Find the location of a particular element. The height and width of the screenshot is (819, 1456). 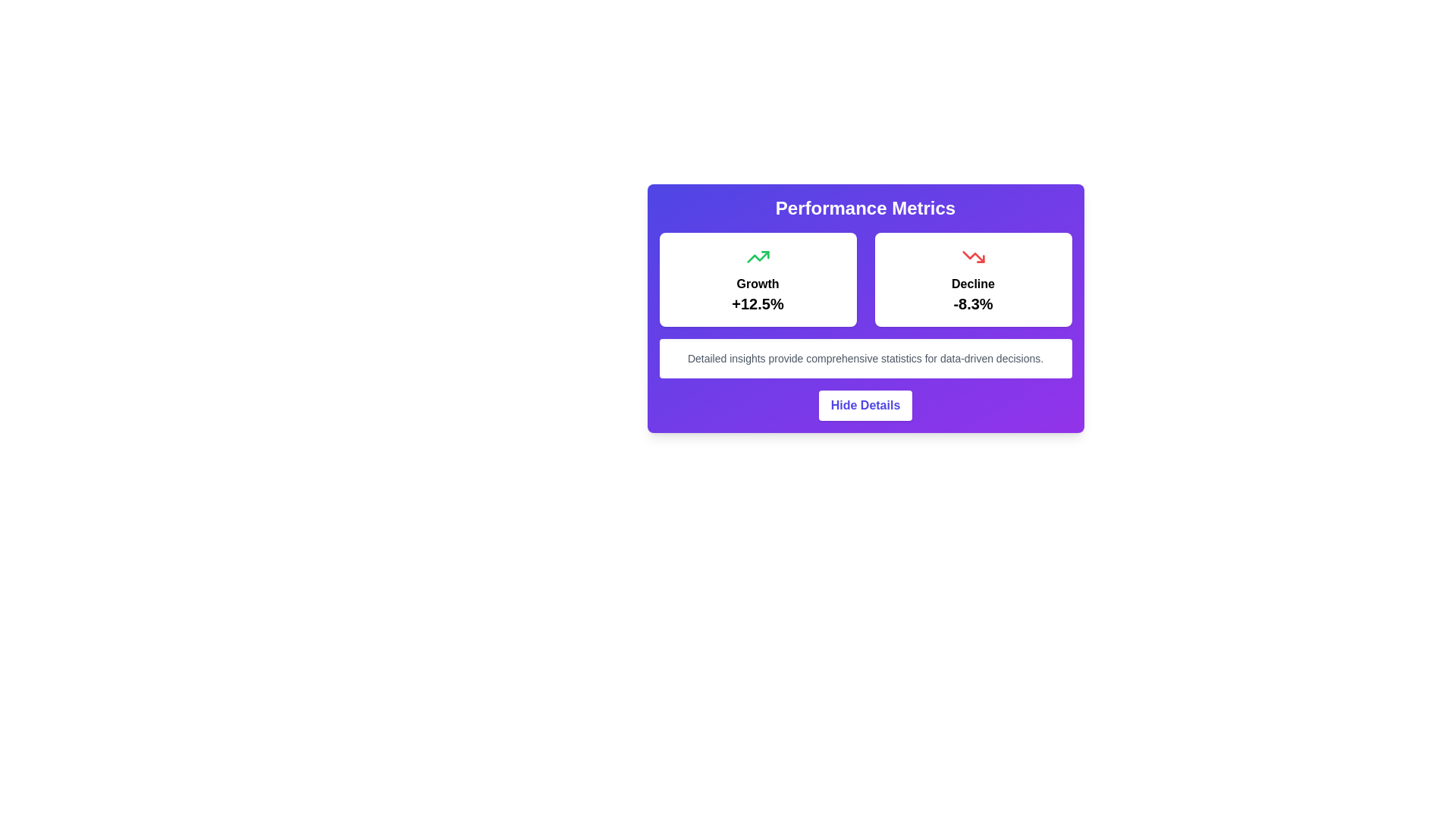

the red downward arrow decorative graphical component located above the text 'Decline -8.3%' in the performance metrics section is located at coordinates (973, 256).